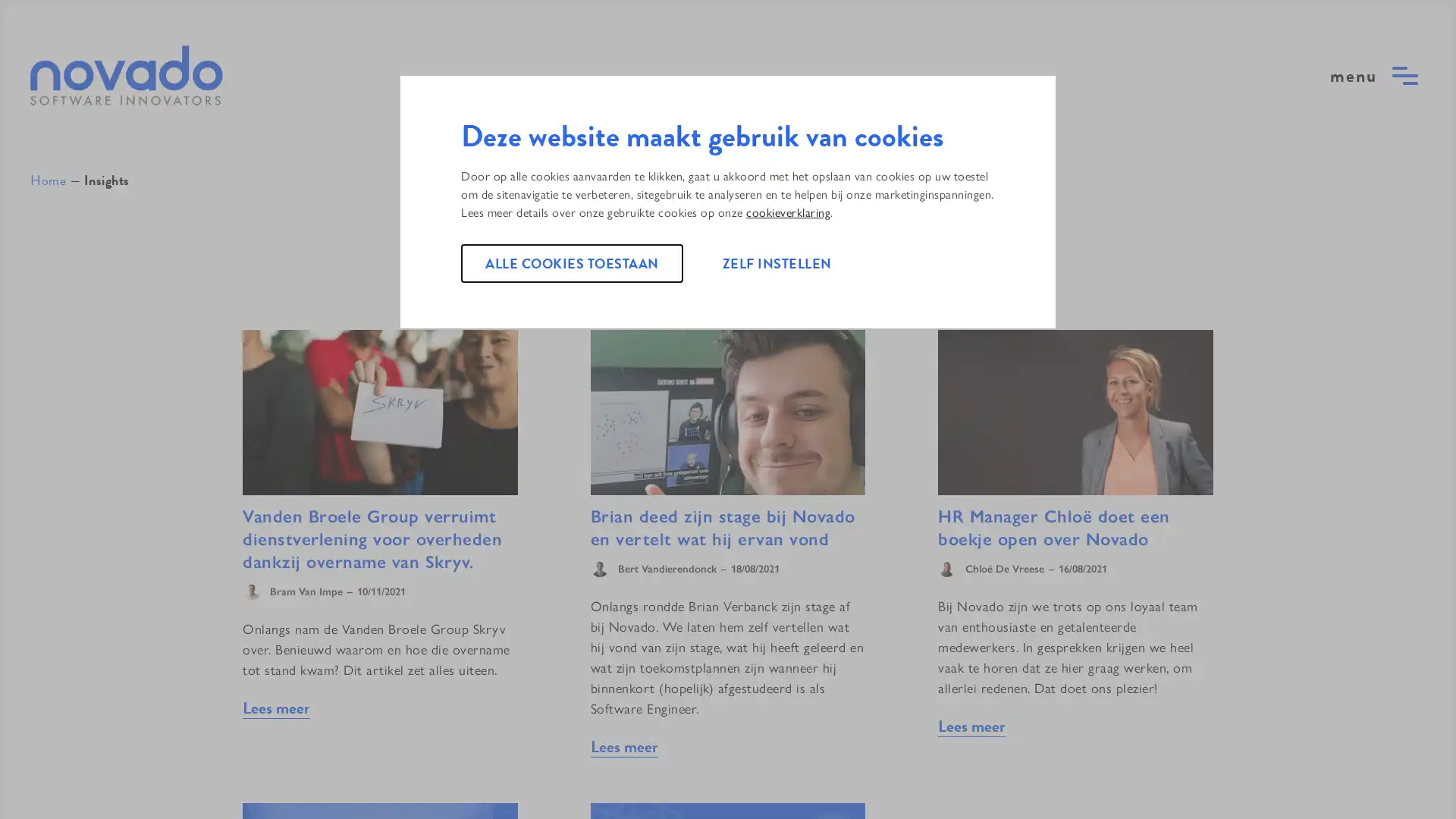 Image resolution: width=1456 pixels, height=819 pixels. I want to click on ALLE COOKIES TOESTAAN, so click(570, 262).